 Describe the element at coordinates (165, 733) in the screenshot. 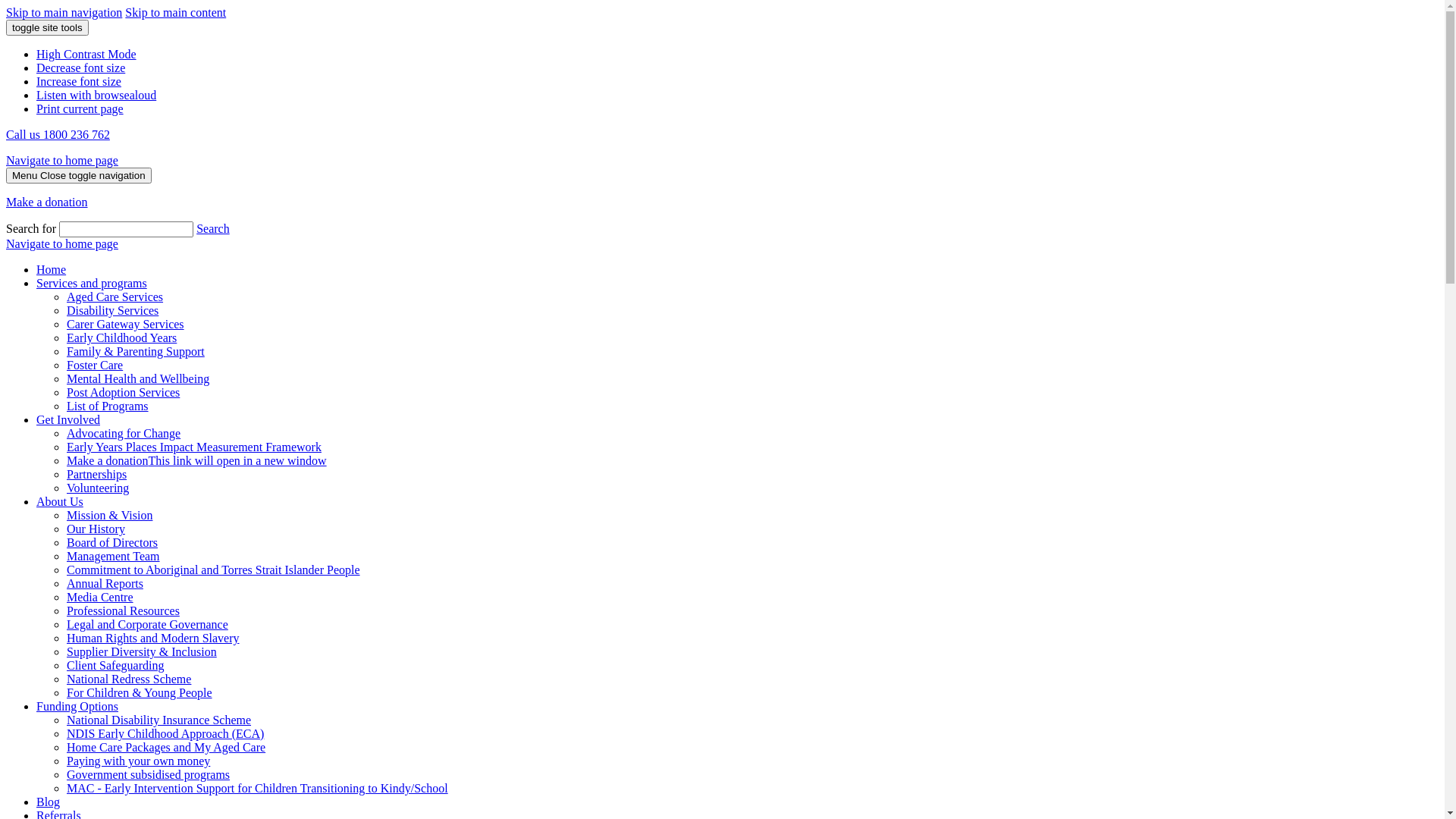

I see `'NDIS Early Childhood Approach (ECA)'` at that location.